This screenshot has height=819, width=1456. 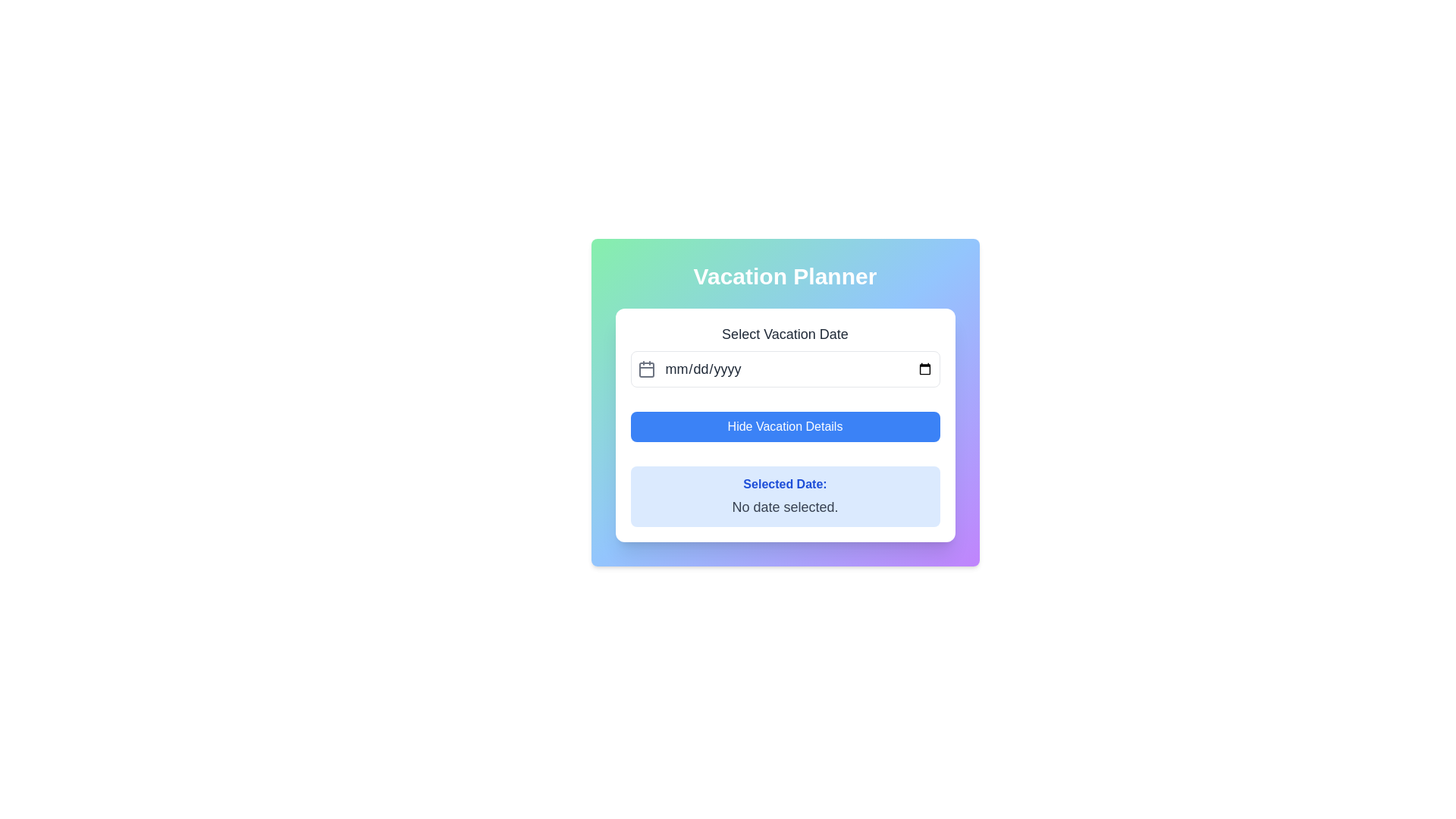 What do you see at coordinates (785, 369) in the screenshot?
I see `the Date Picker Field located below 'Select Vacation Date' in the 'Vacation Planner' form` at bounding box center [785, 369].